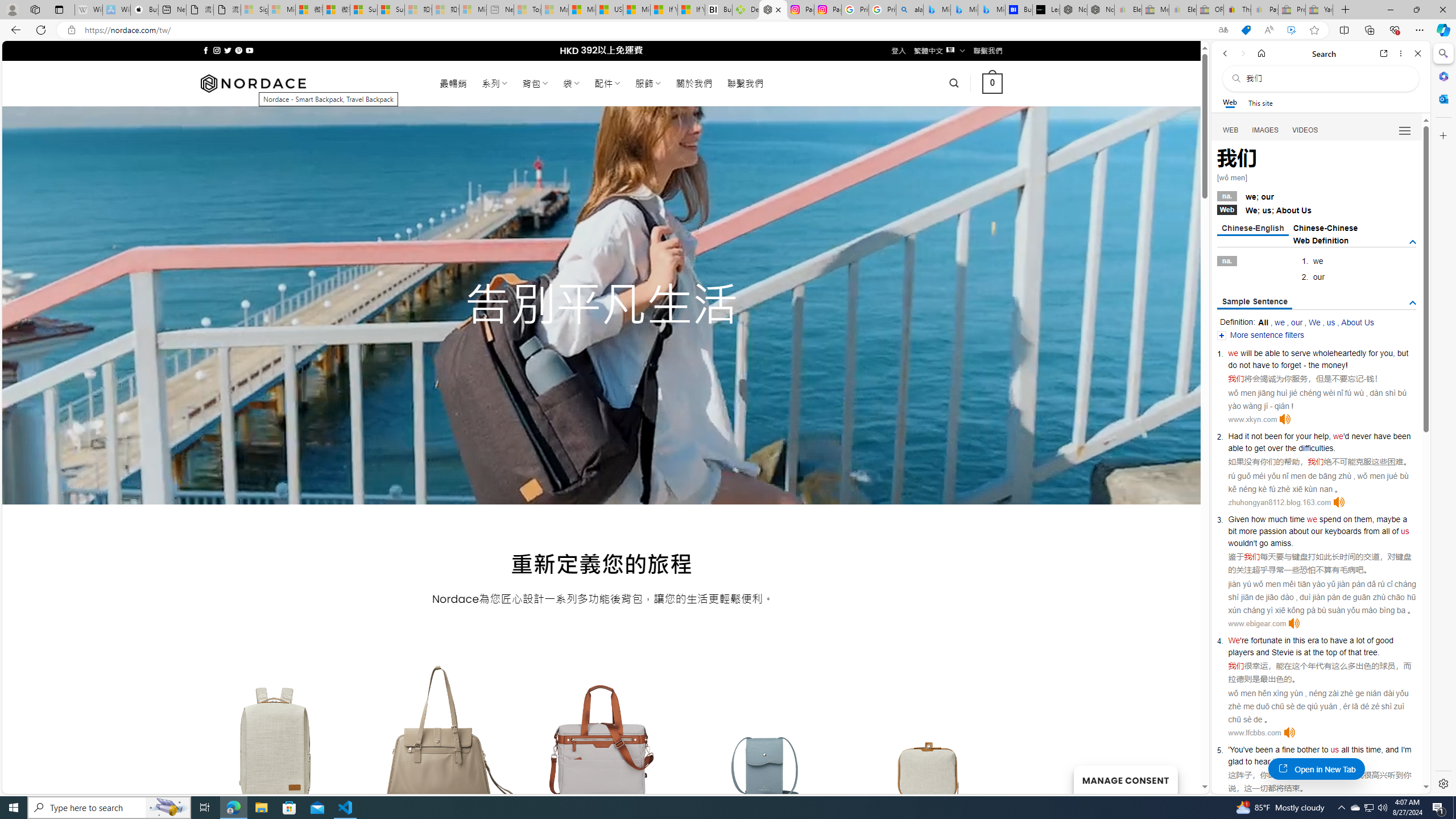  Describe the element at coordinates (1252, 419) in the screenshot. I see `'www.xkyn.com'` at that location.